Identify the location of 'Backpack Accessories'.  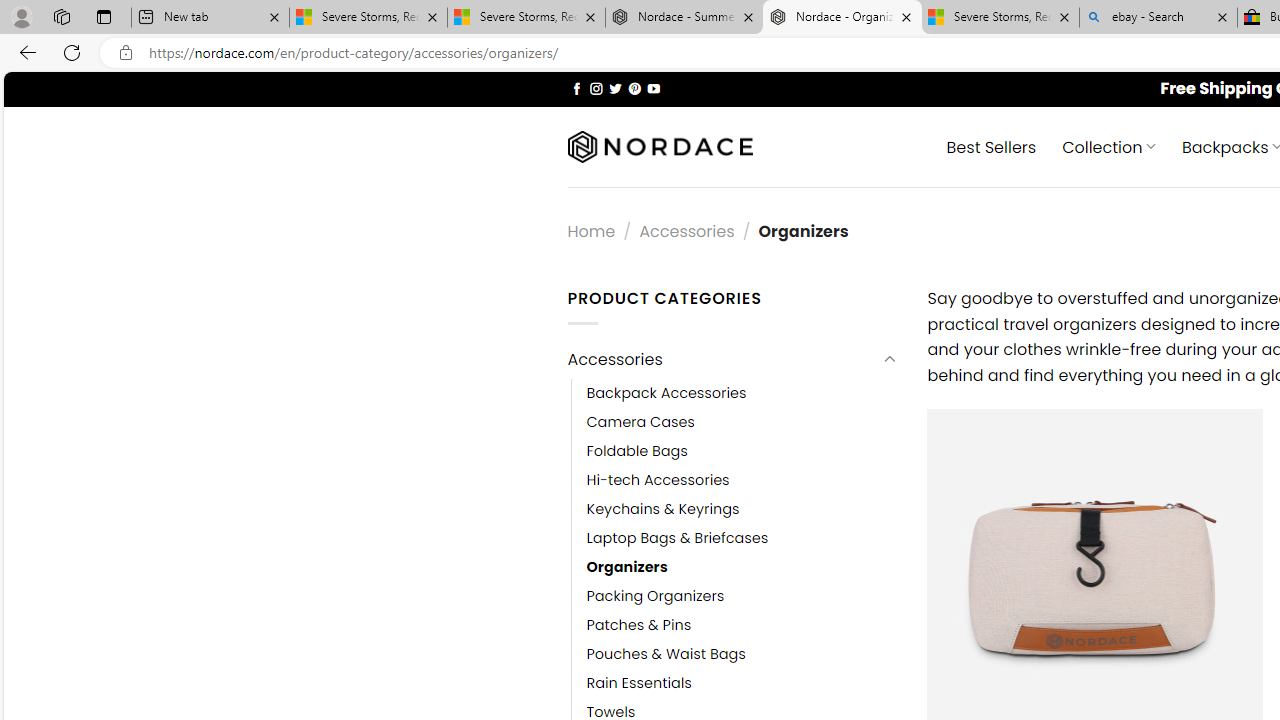
(741, 393).